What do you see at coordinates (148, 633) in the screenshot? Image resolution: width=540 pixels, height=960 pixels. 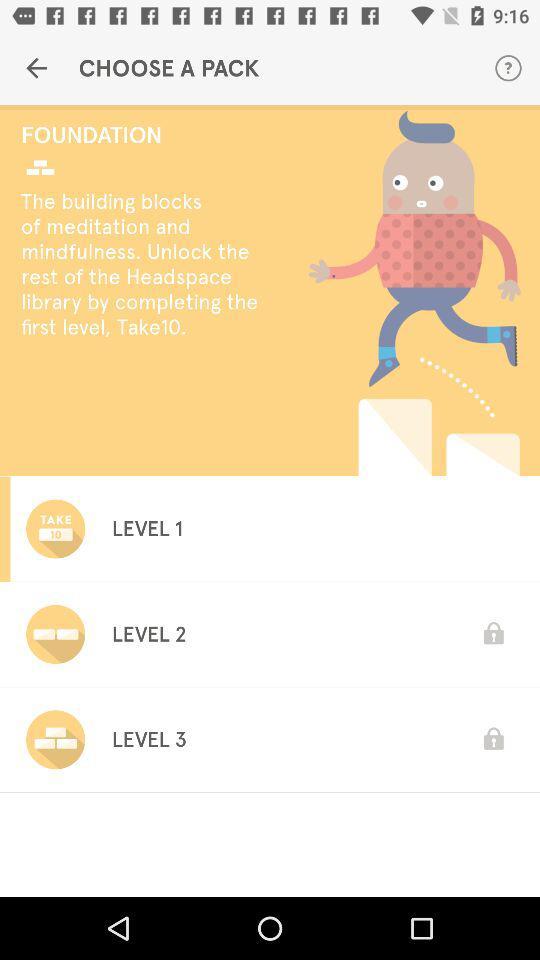 I see `level 2 item` at bounding box center [148, 633].